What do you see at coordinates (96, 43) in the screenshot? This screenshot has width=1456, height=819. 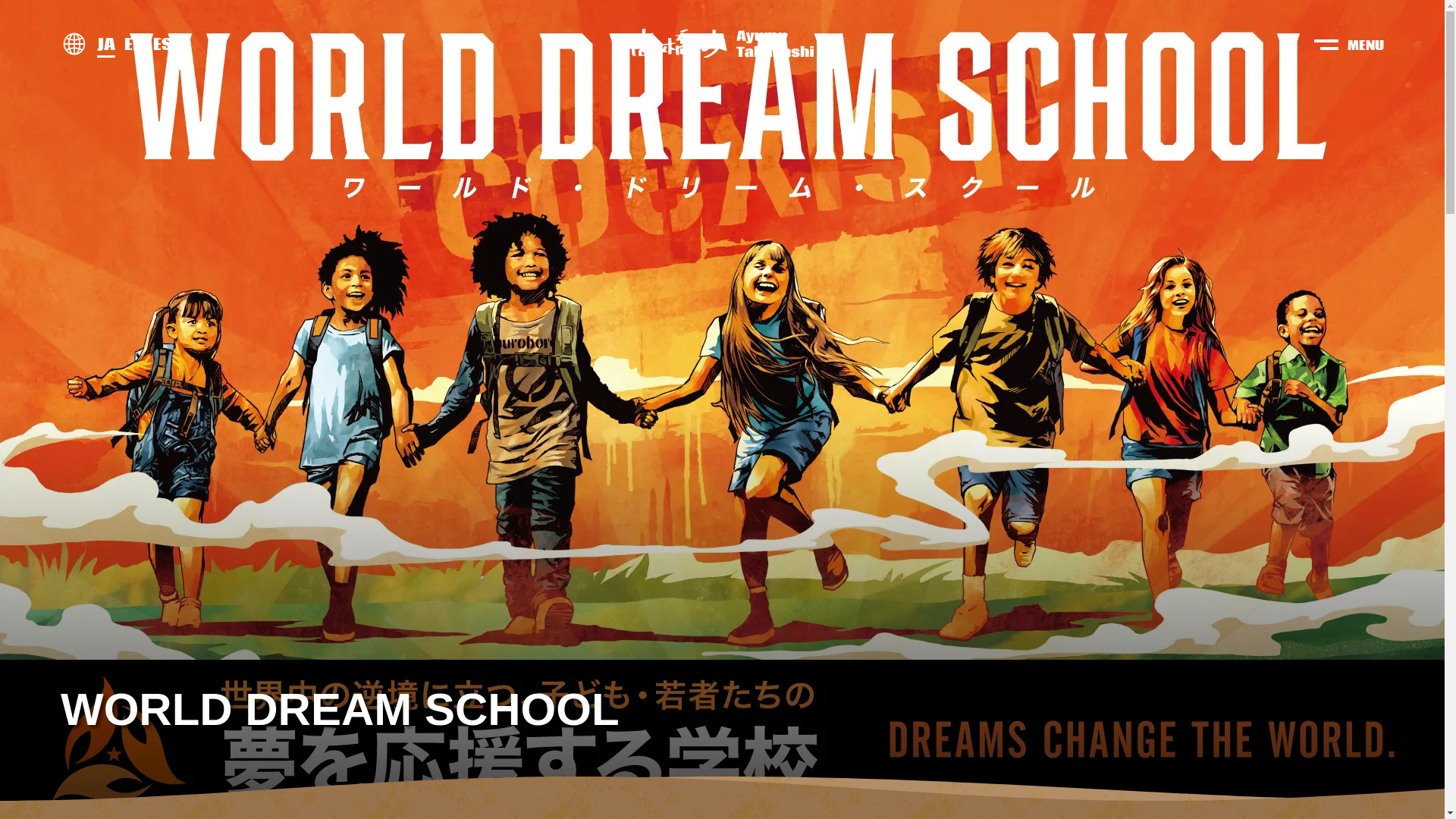 I see `'JA'` at bounding box center [96, 43].